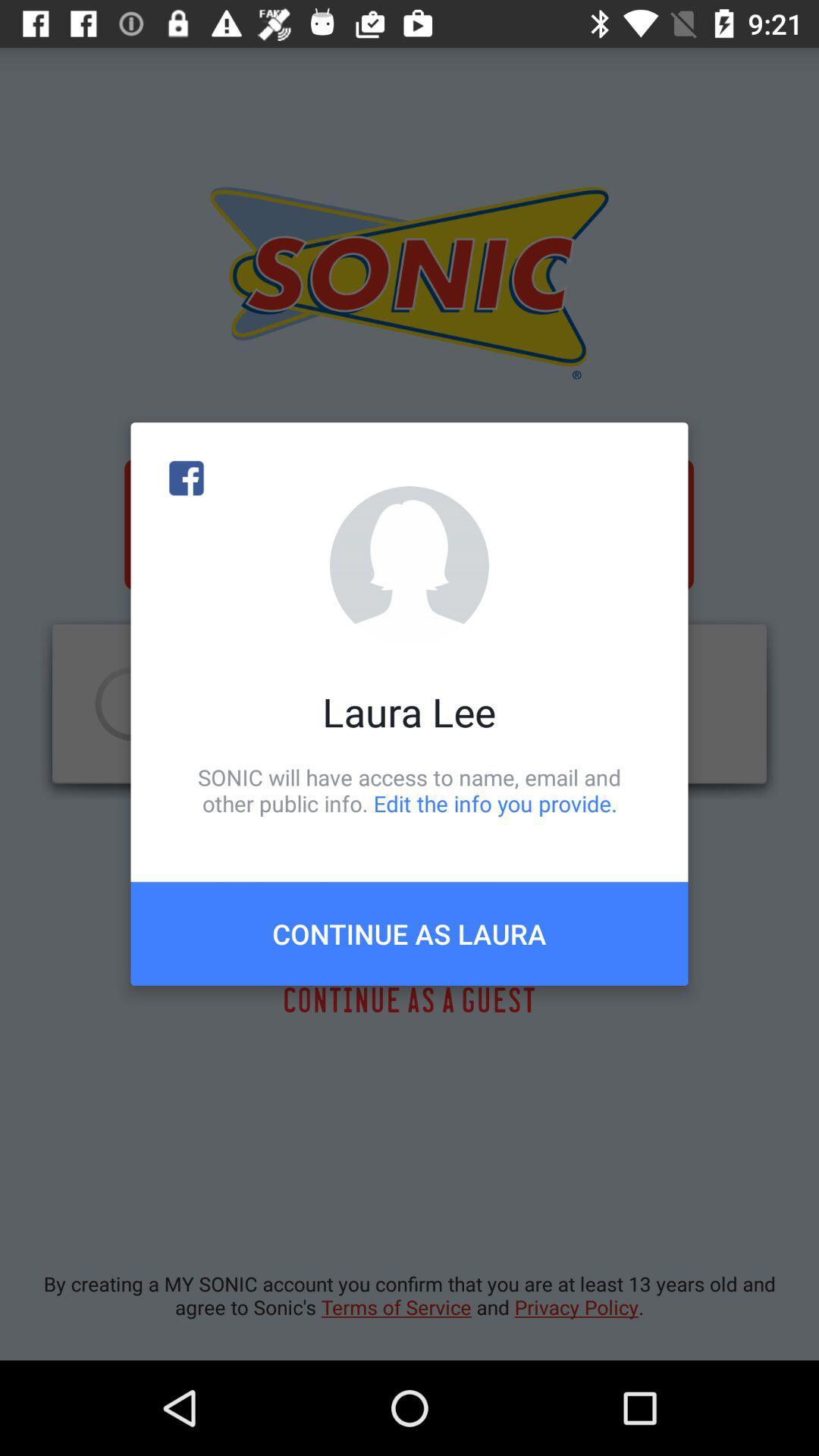 This screenshot has width=819, height=1456. What do you see at coordinates (409, 933) in the screenshot?
I see `the item below sonic will have item` at bounding box center [409, 933].